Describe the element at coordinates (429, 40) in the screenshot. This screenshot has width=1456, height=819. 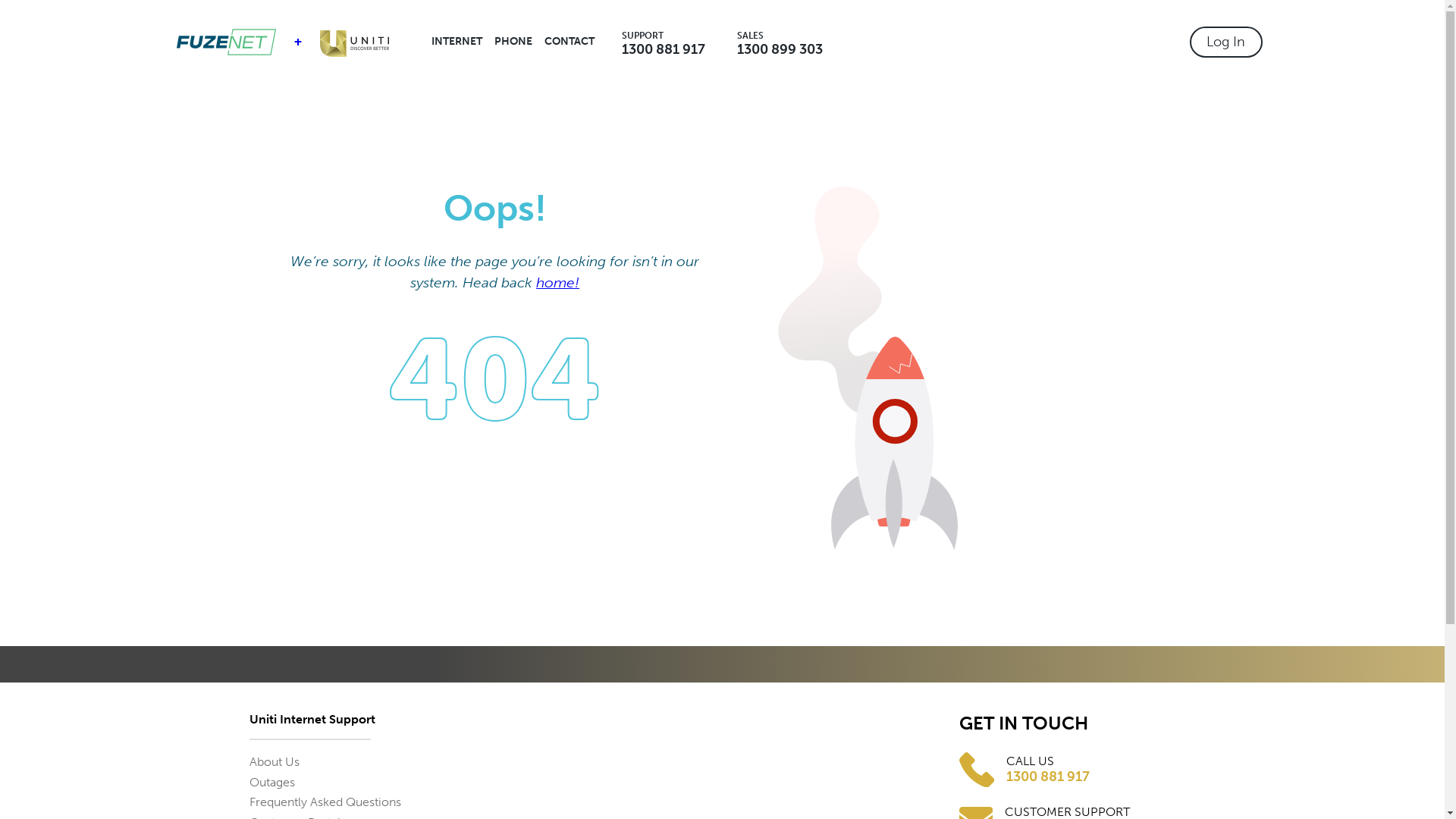
I see `'INTERNET'` at that location.